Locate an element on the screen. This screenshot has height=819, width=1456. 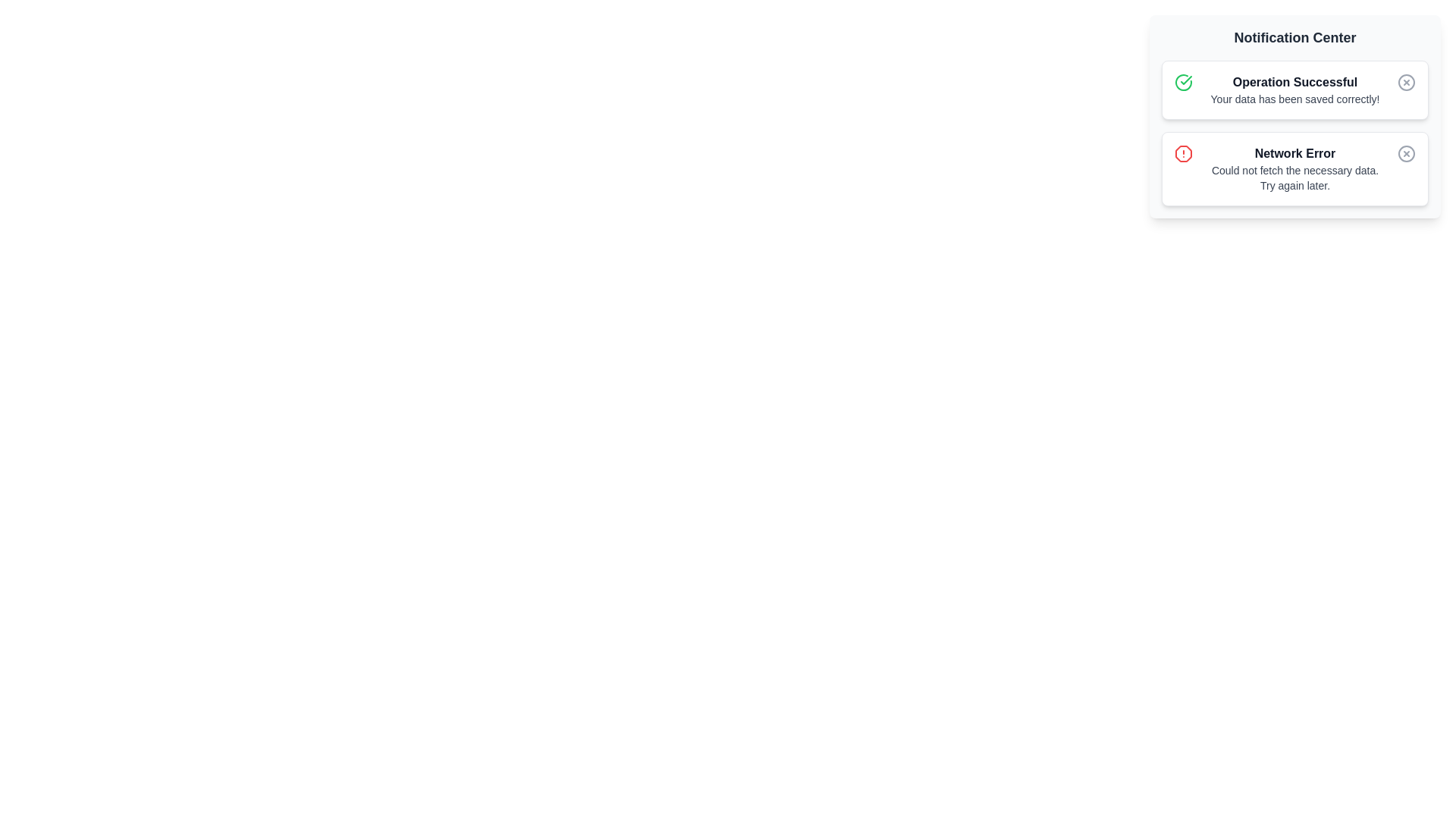
the Graphical SVG component that represents the 'Operation Successful' status in the first notification card of the notification center is located at coordinates (1182, 82).